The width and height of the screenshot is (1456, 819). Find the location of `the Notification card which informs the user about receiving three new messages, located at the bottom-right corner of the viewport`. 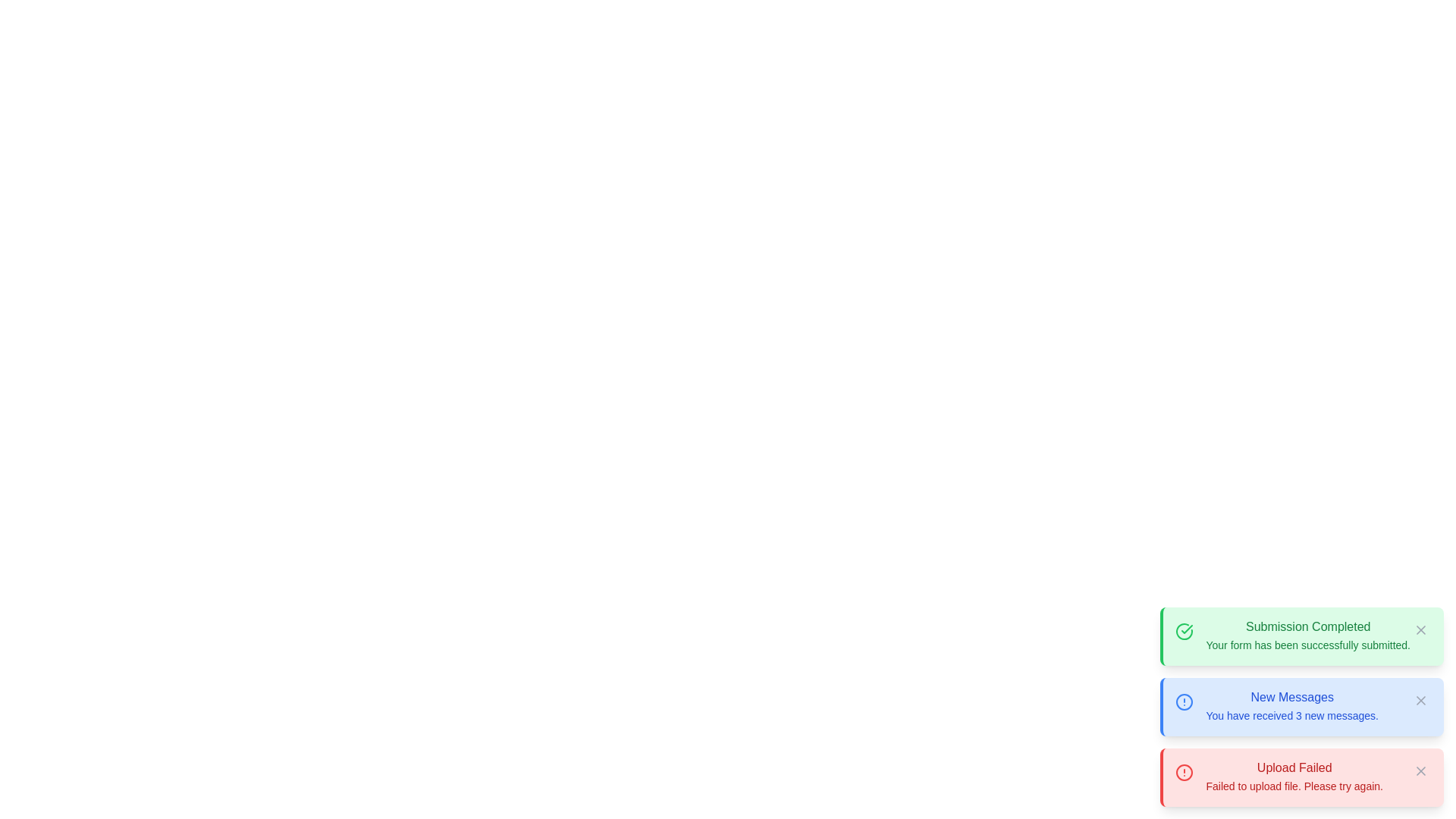

the Notification card which informs the user about receiving three new messages, located at the bottom-right corner of the viewport is located at coordinates (1301, 707).